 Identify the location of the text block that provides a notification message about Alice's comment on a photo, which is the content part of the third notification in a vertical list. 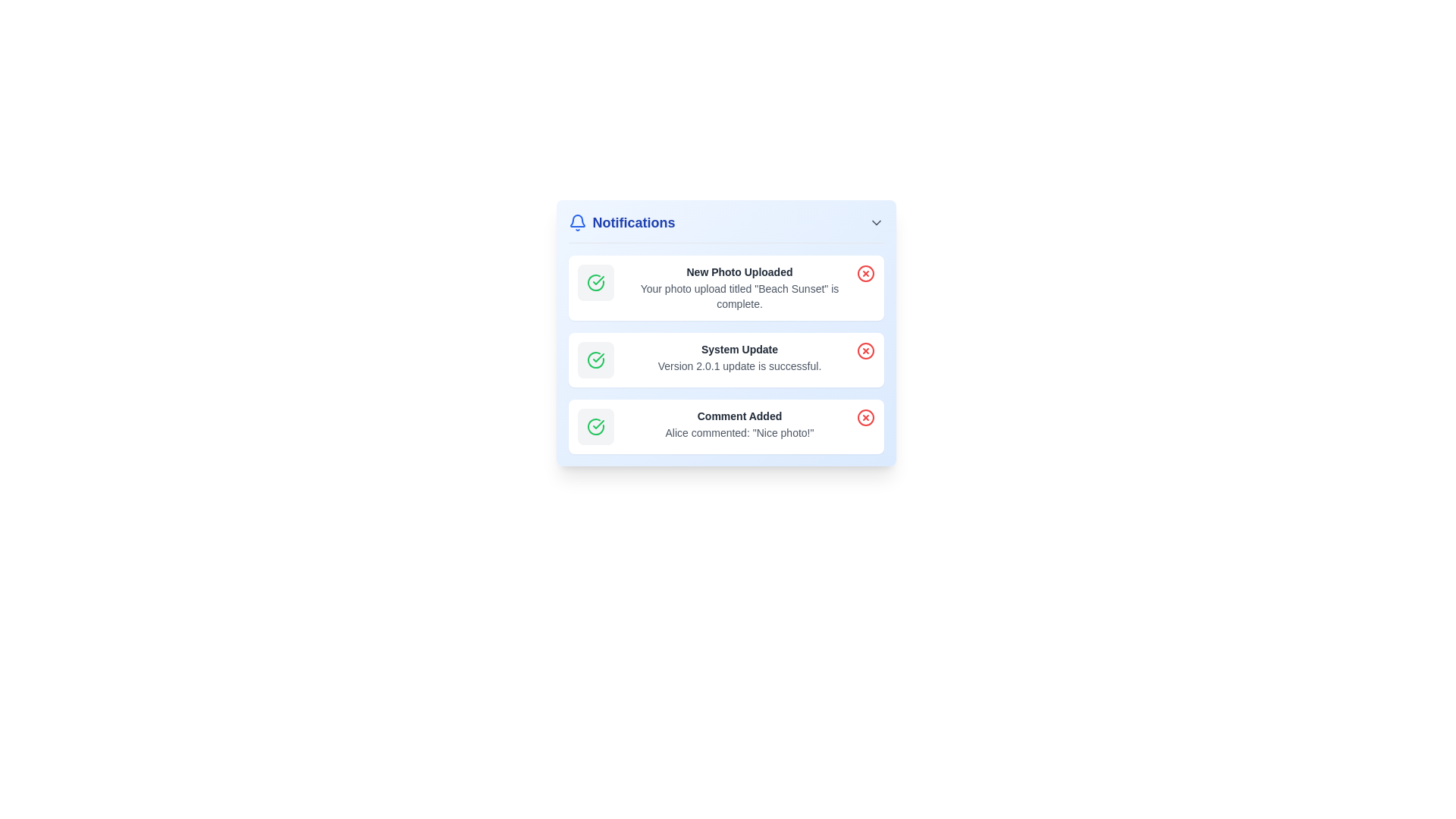
(739, 424).